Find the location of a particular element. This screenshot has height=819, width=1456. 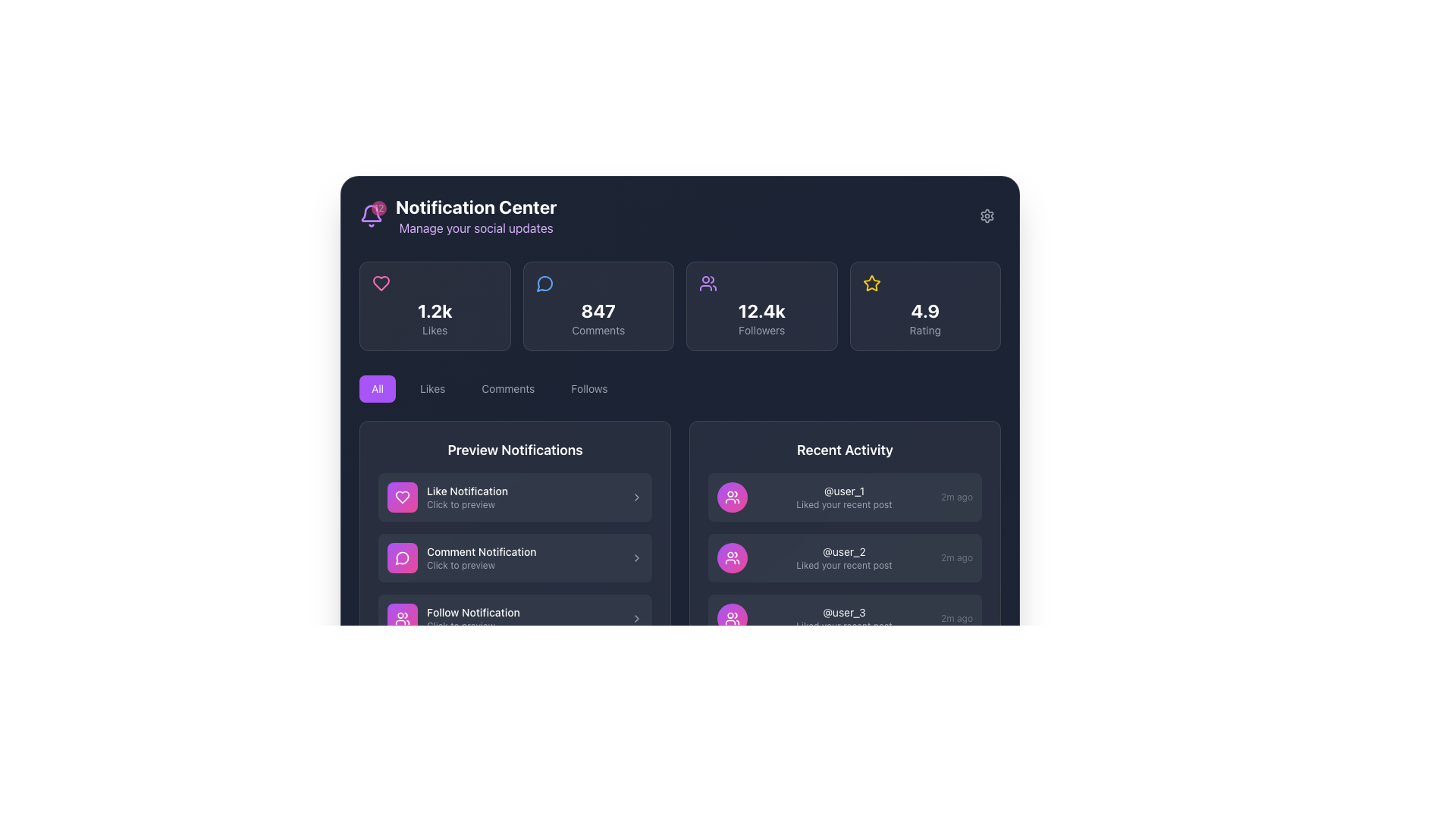

the Information display block featuring a dark purple background, a light pink heart icon, bold white text '1.2k', and smaller gray text 'Likes' is located at coordinates (434, 306).